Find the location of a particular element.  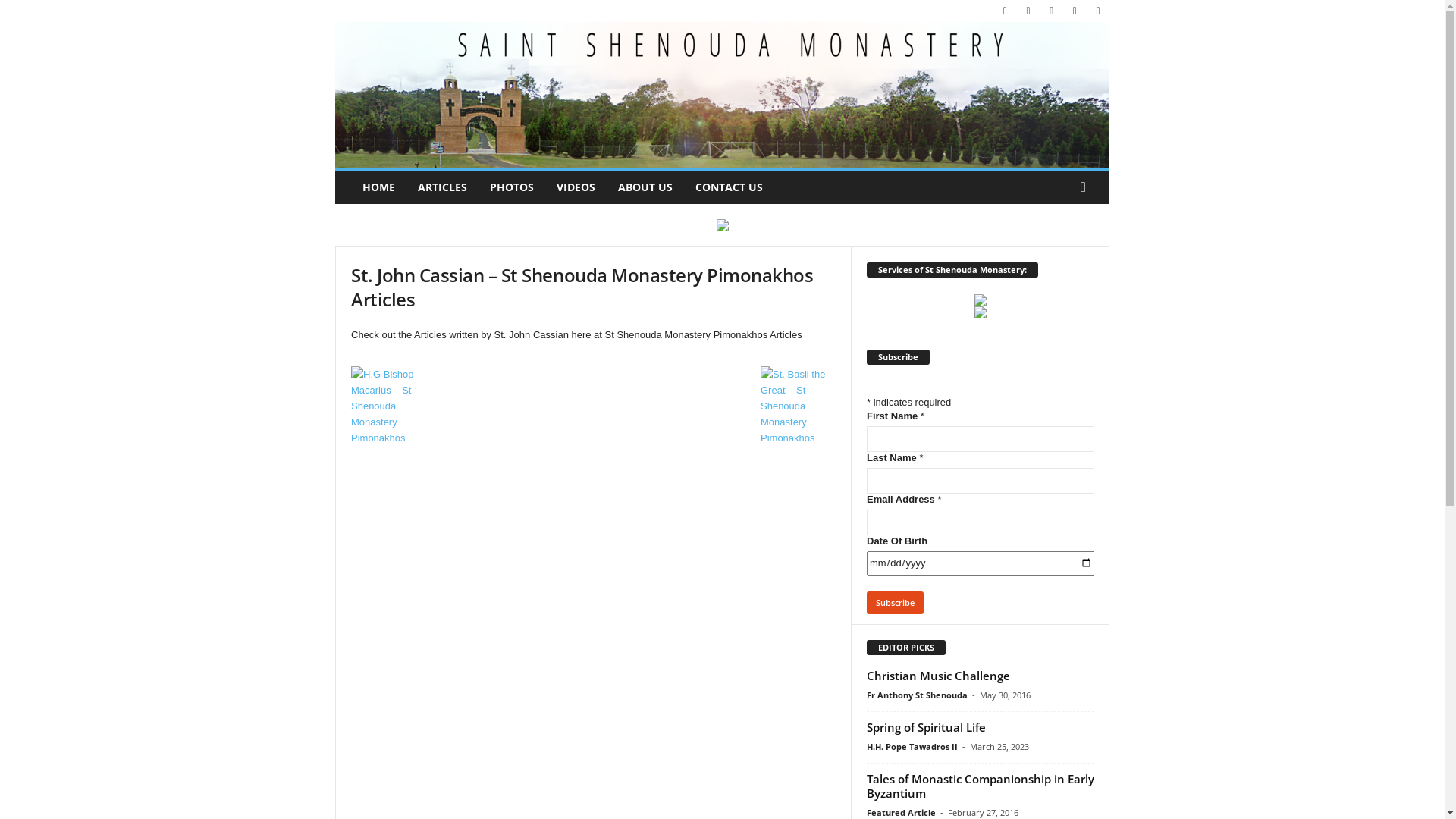

'PHOTOS' is located at coordinates (512, 186).